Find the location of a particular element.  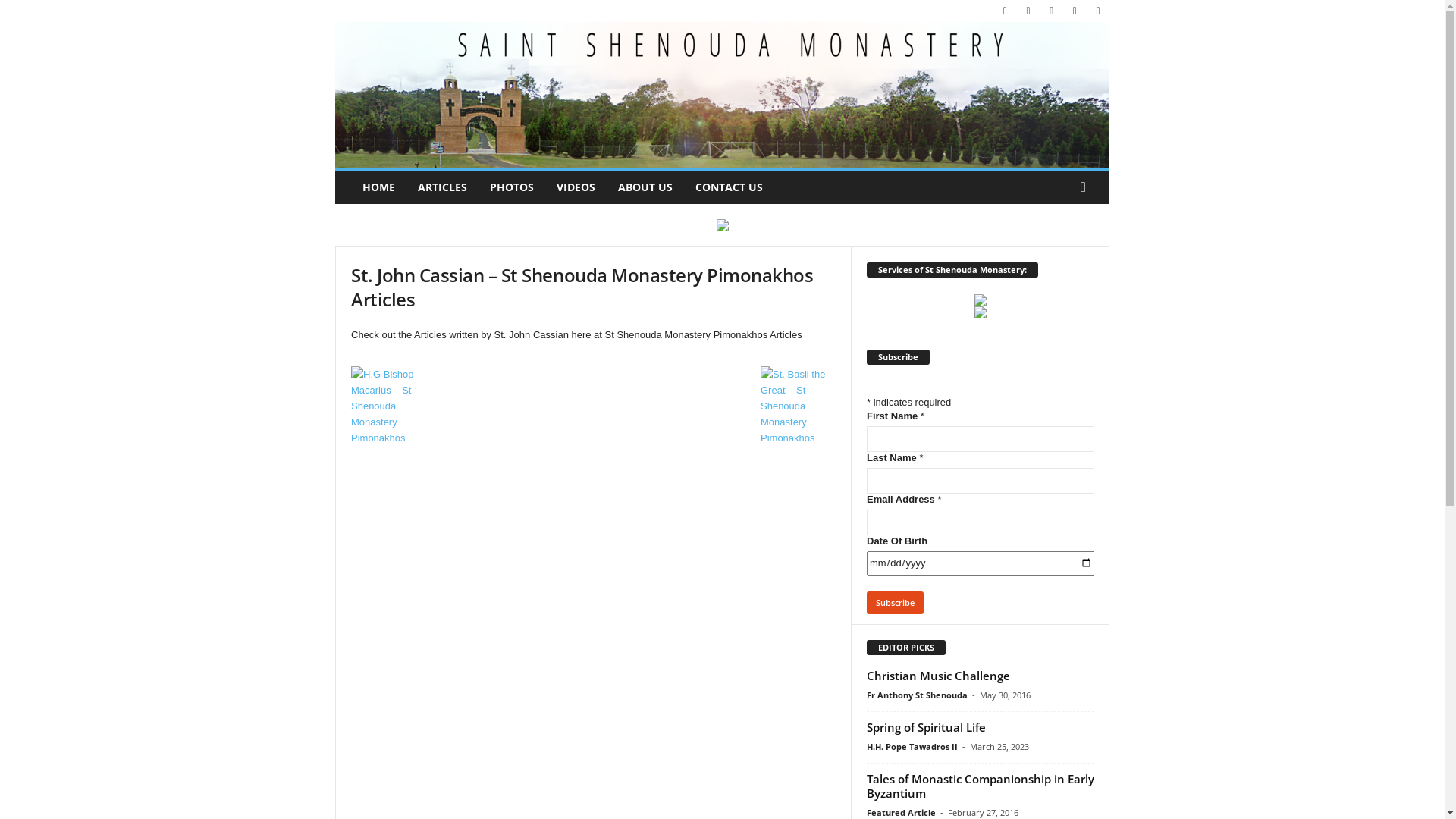

'PHOTOS' is located at coordinates (512, 186).